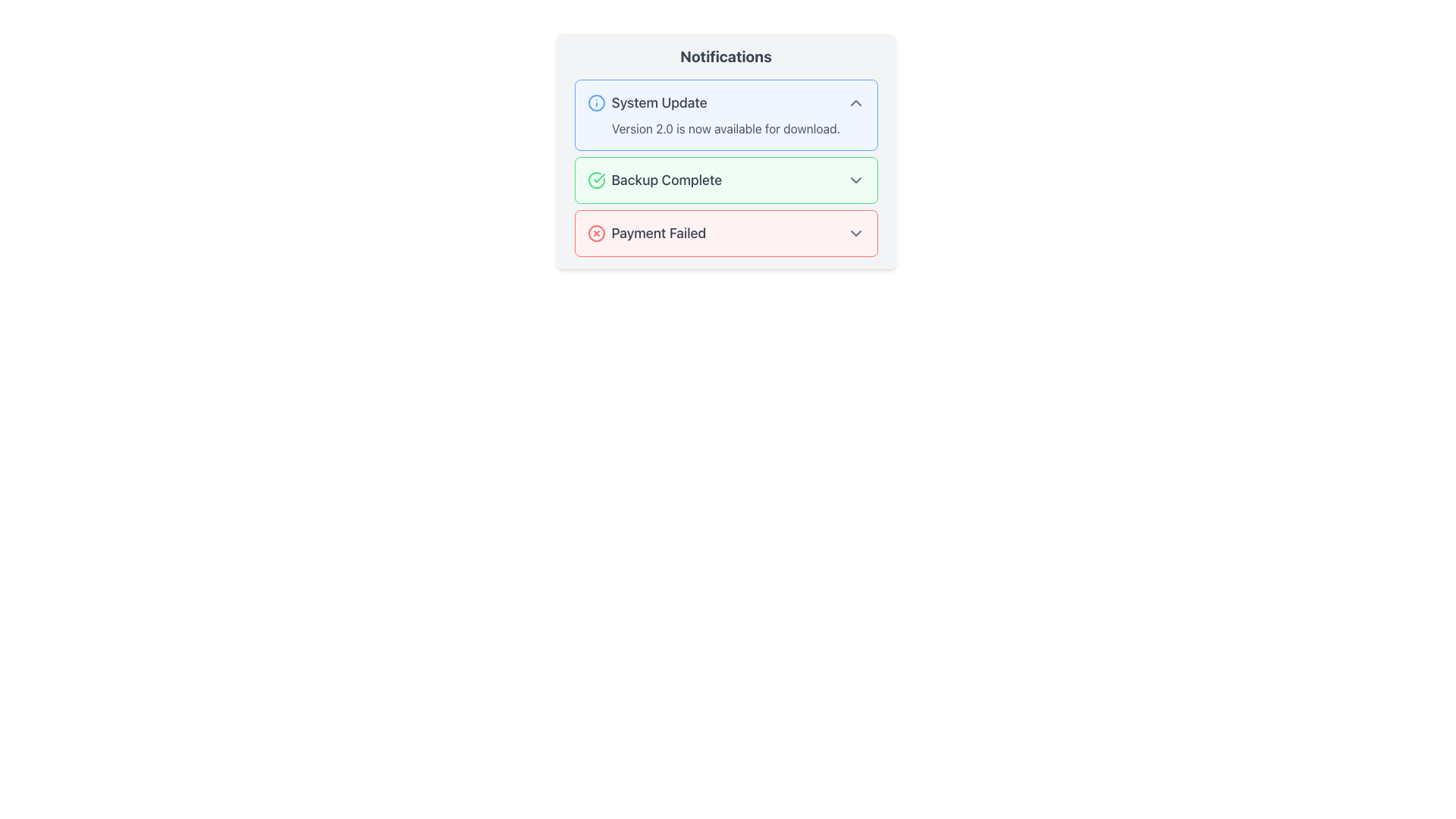  What do you see at coordinates (595, 234) in the screenshot?
I see `the error indication icon for the 'Payment Failed' notification, which is located at the far left of the notification entry` at bounding box center [595, 234].